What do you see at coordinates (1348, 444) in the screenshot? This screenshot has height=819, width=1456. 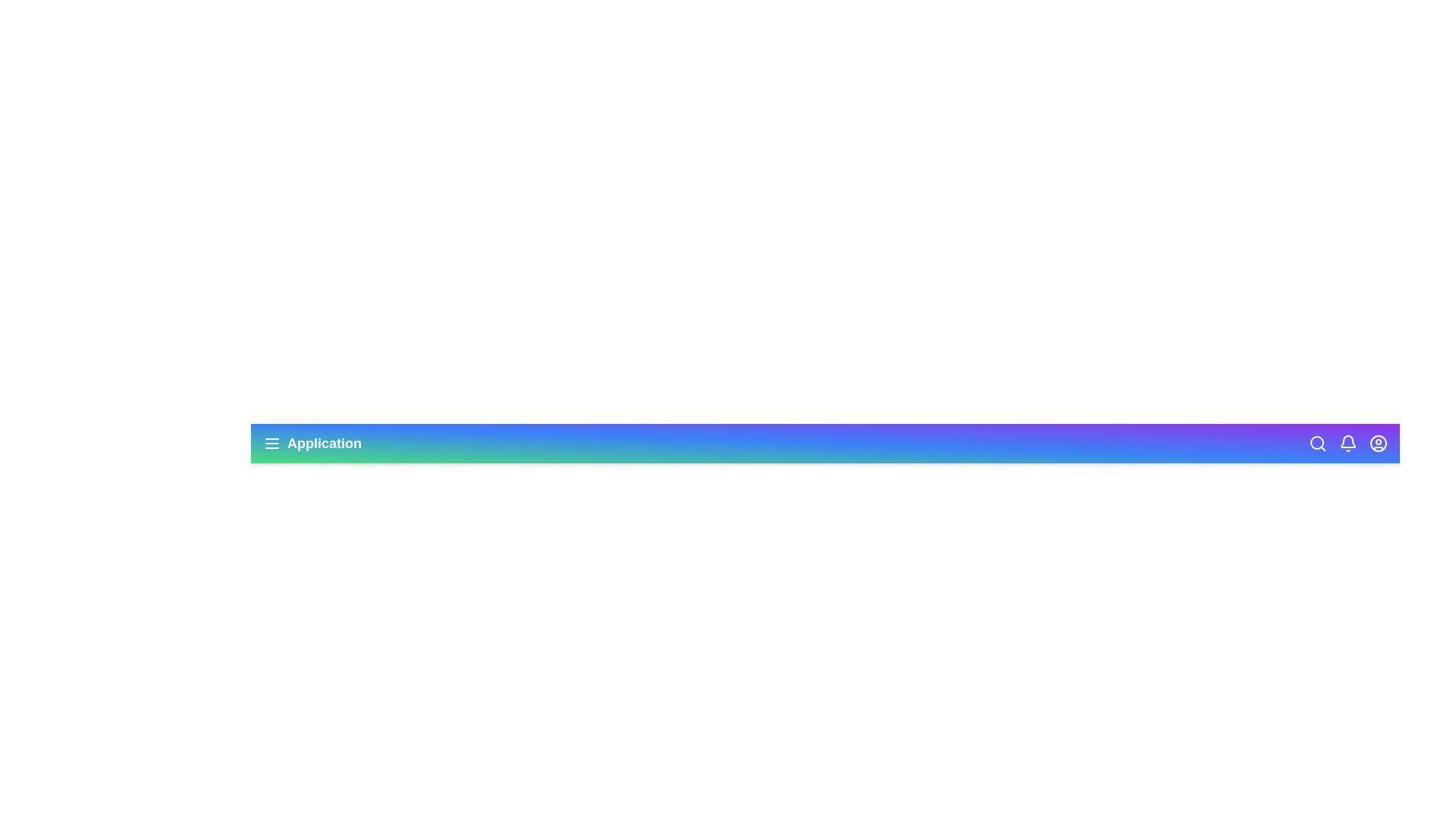 I see `the notification icon` at bounding box center [1348, 444].